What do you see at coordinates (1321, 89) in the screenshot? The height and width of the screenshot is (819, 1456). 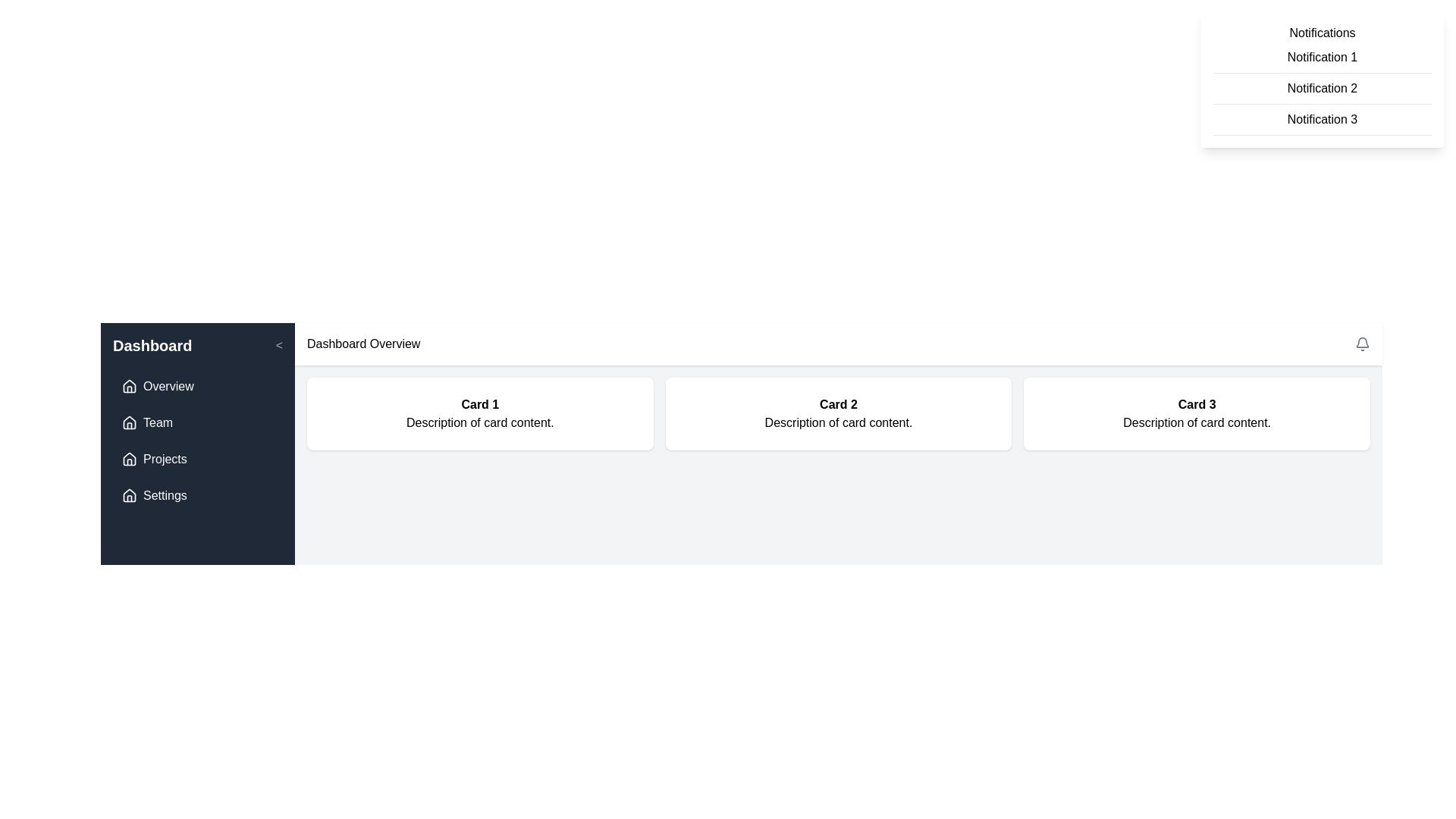 I see `the text display element that shows 'Notification 2', located in the upper-right of the interface, positioned between 'Notification 1' and 'Notification 3'` at bounding box center [1321, 89].